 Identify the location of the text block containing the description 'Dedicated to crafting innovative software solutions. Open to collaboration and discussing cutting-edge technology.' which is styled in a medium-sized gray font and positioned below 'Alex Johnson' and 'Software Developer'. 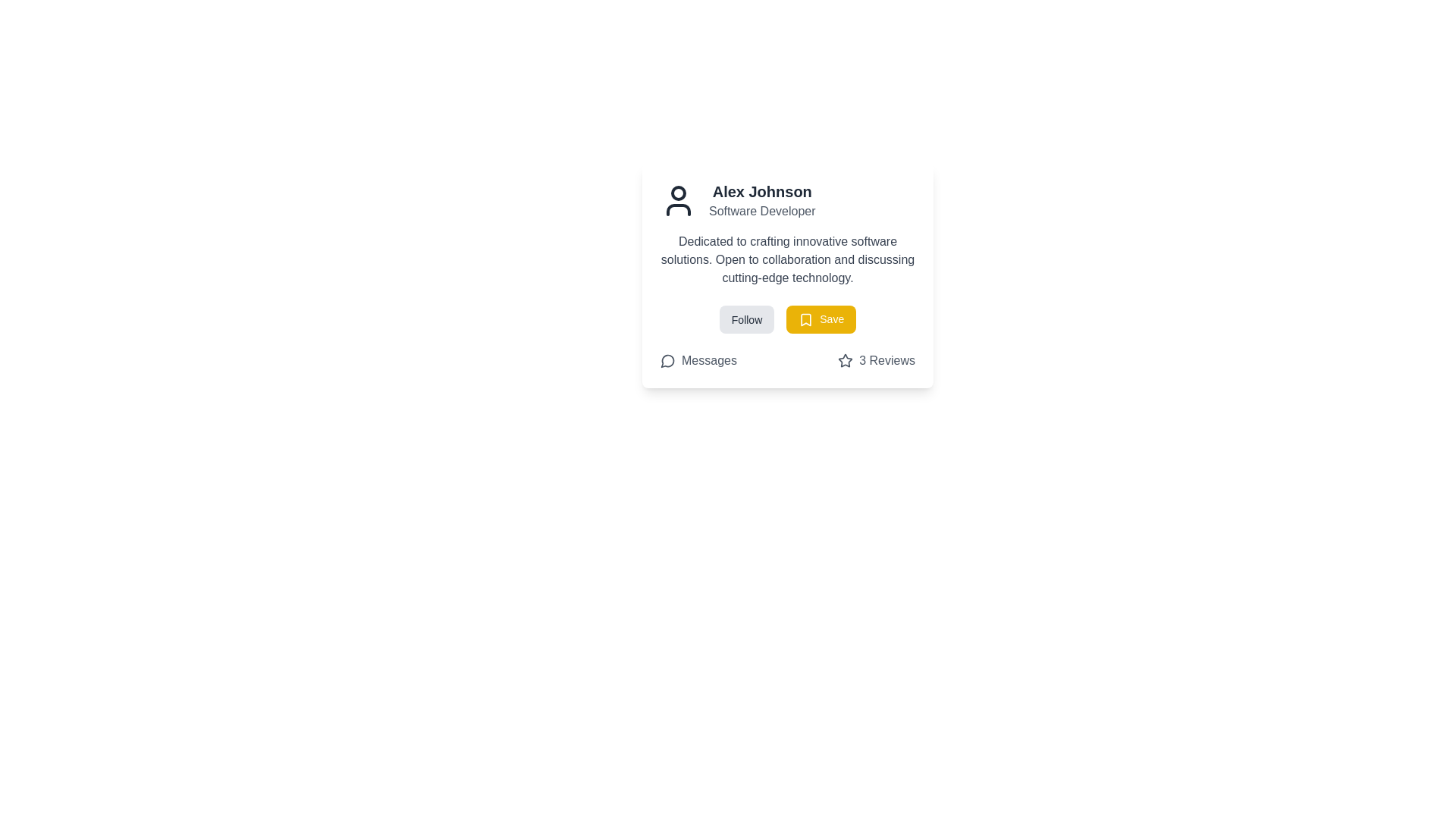
(787, 259).